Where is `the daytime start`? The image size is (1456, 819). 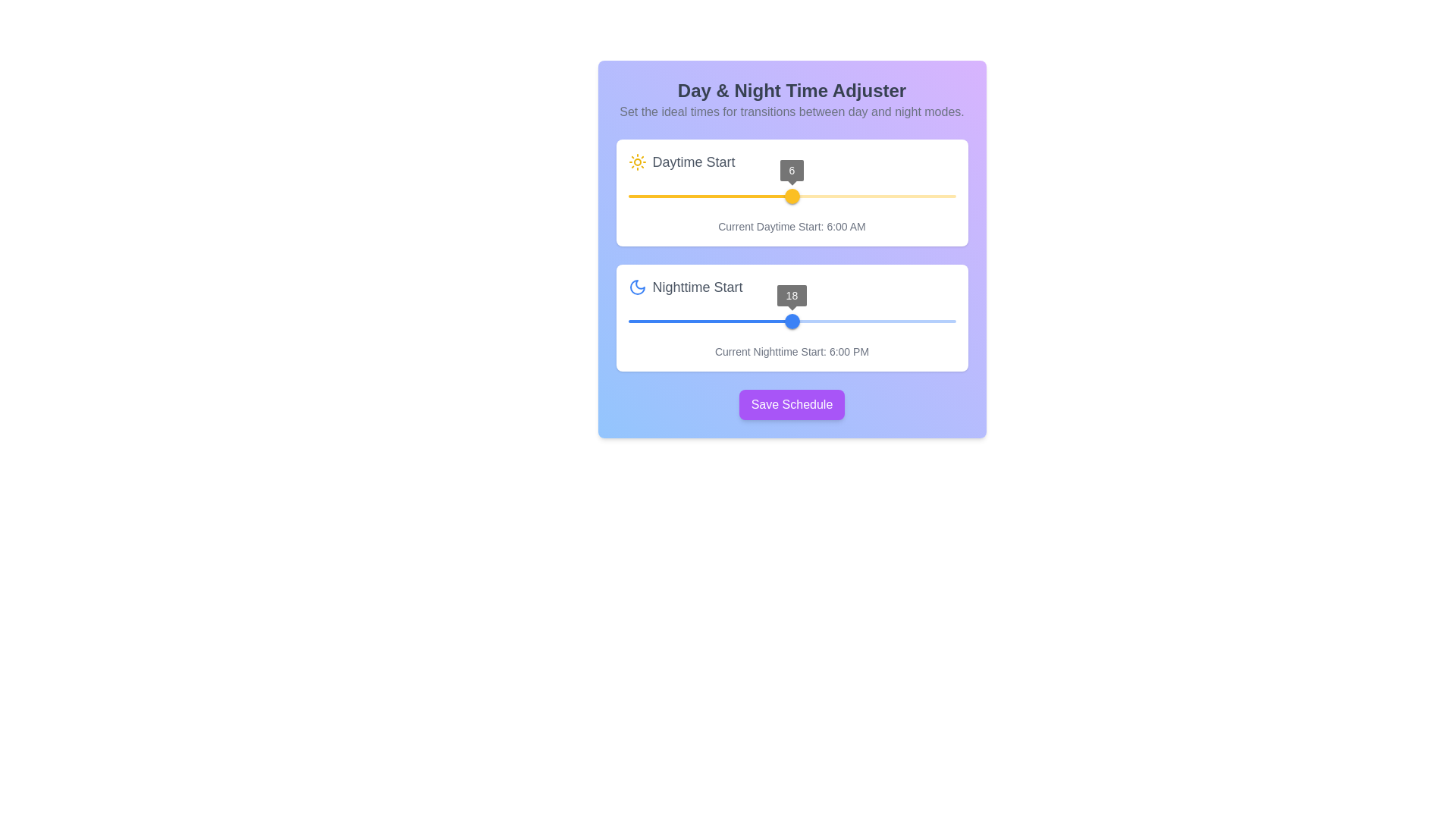
the daytime start is located at coordinates (860, 195).